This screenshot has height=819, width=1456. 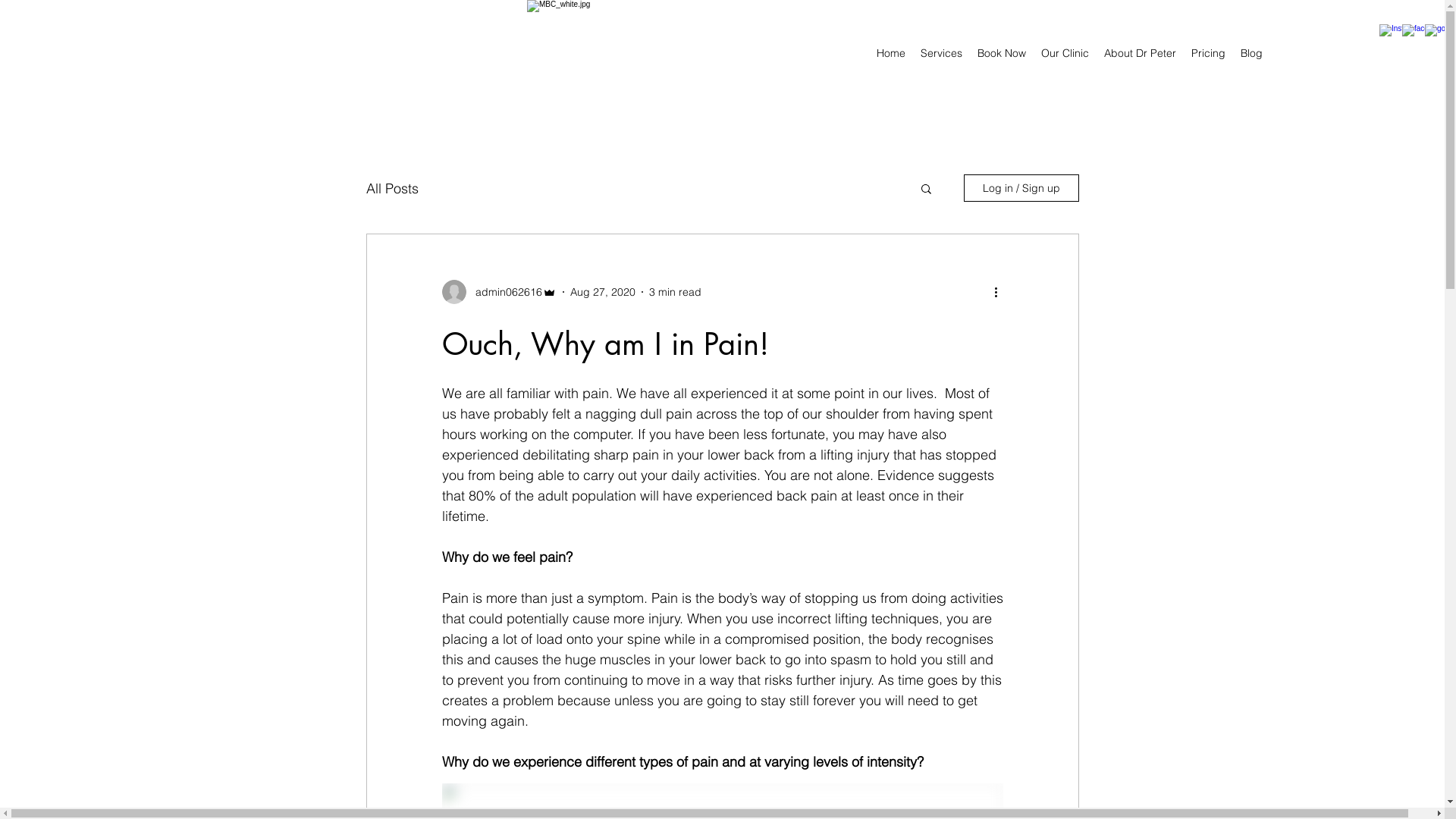 What do you see at coordinates (1140, 52) in the screenshot?
I see `'About Dr Peter'` at bounding box center [1140, 52].